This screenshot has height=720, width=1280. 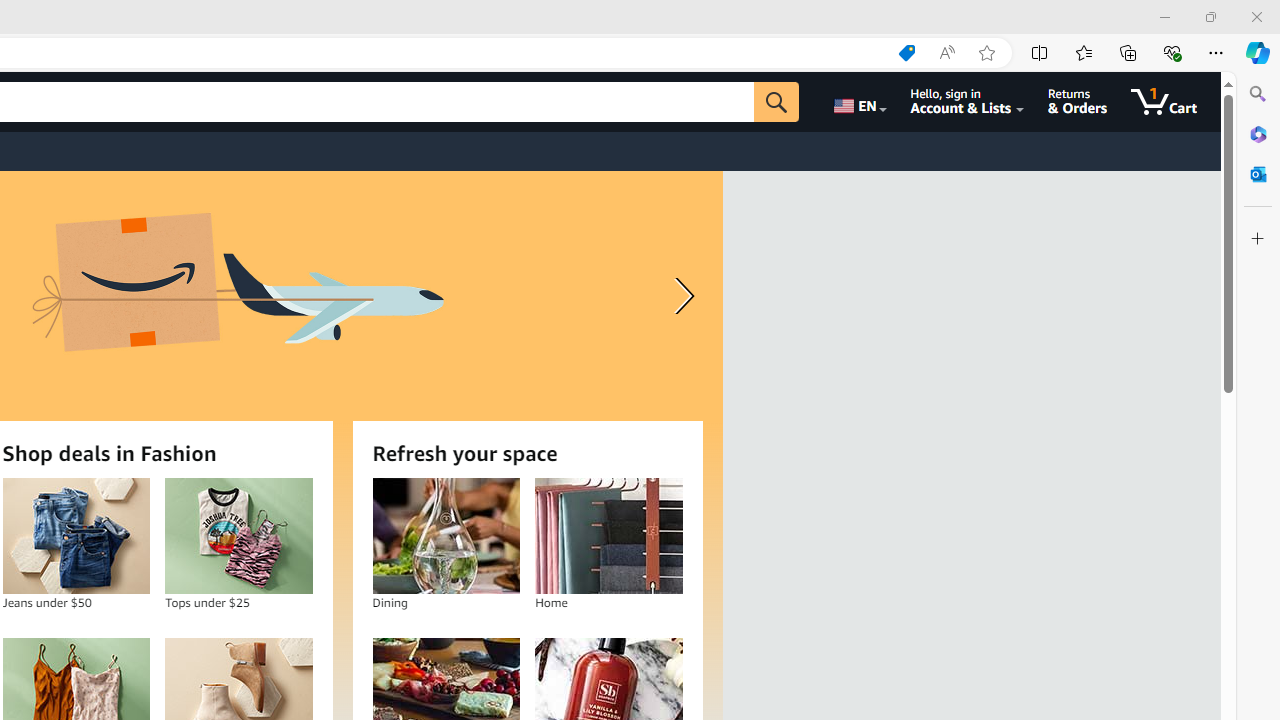 I want to click on 'Dining', so click(x=445, y=535).